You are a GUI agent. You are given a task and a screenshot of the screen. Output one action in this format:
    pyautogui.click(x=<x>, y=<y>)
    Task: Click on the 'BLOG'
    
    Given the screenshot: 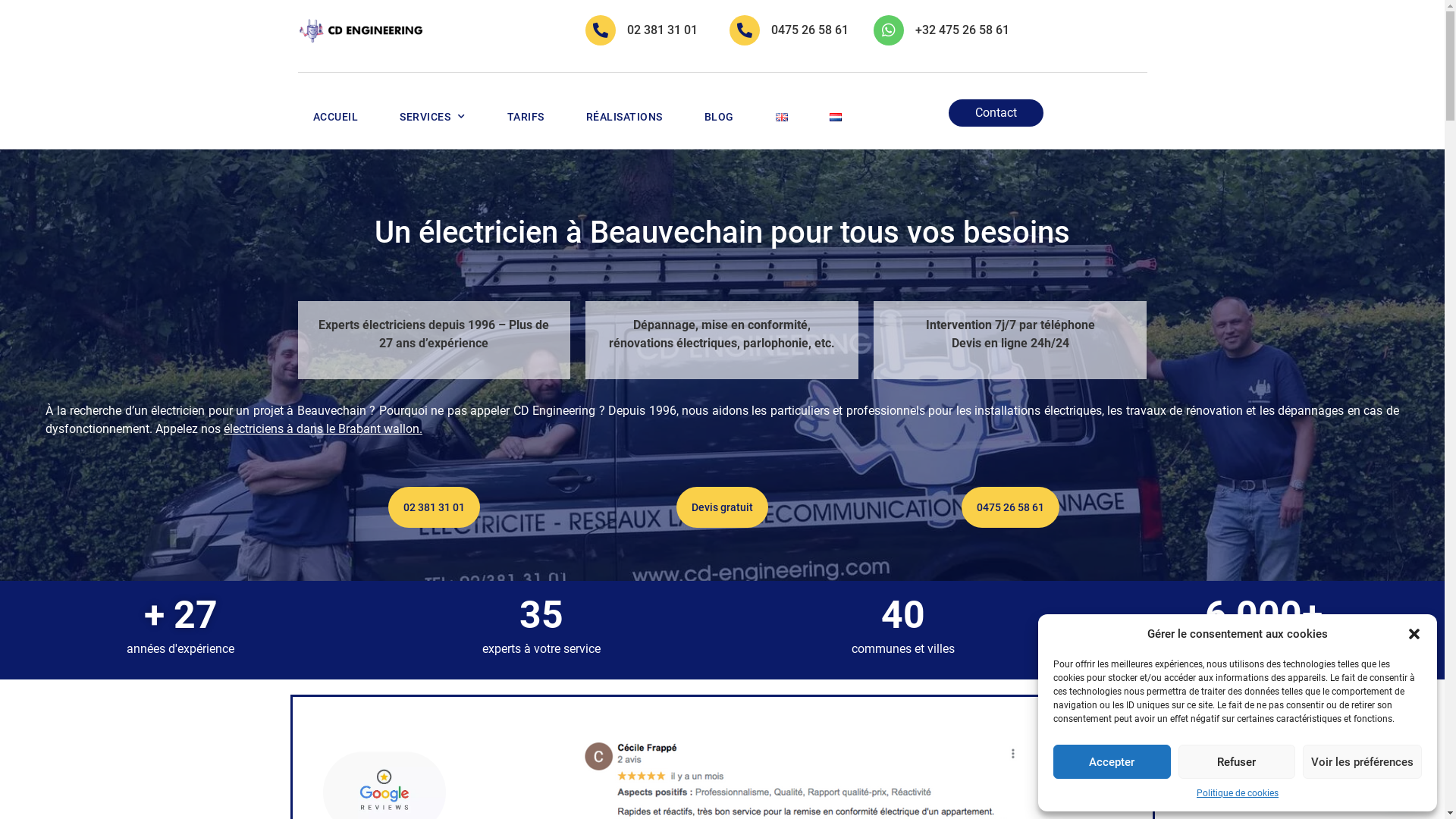 What is the action you would take?
    pyautogui.click(x=717, y=116)
    